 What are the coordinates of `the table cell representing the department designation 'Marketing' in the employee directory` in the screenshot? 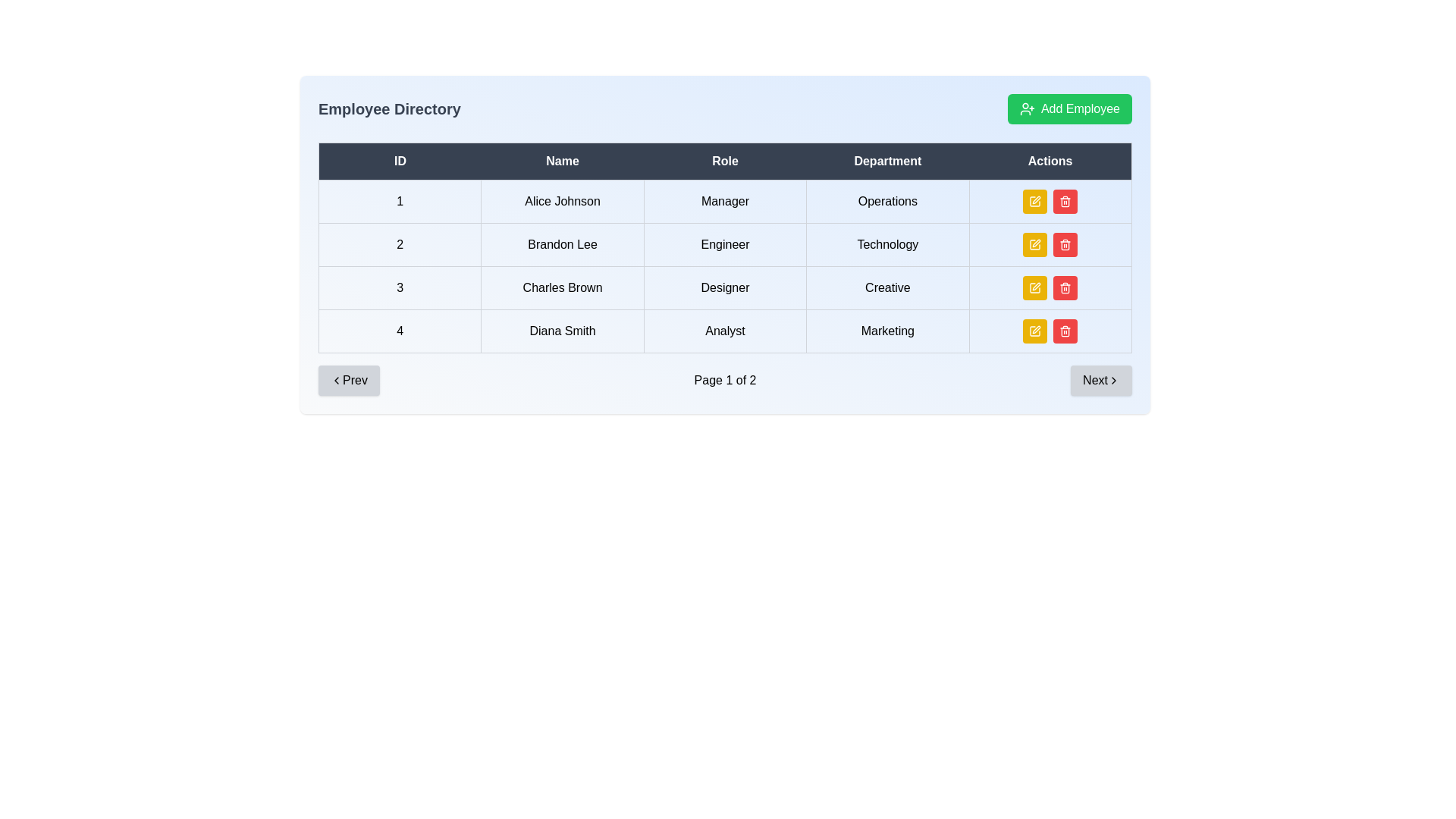 It's located at (887, 330).